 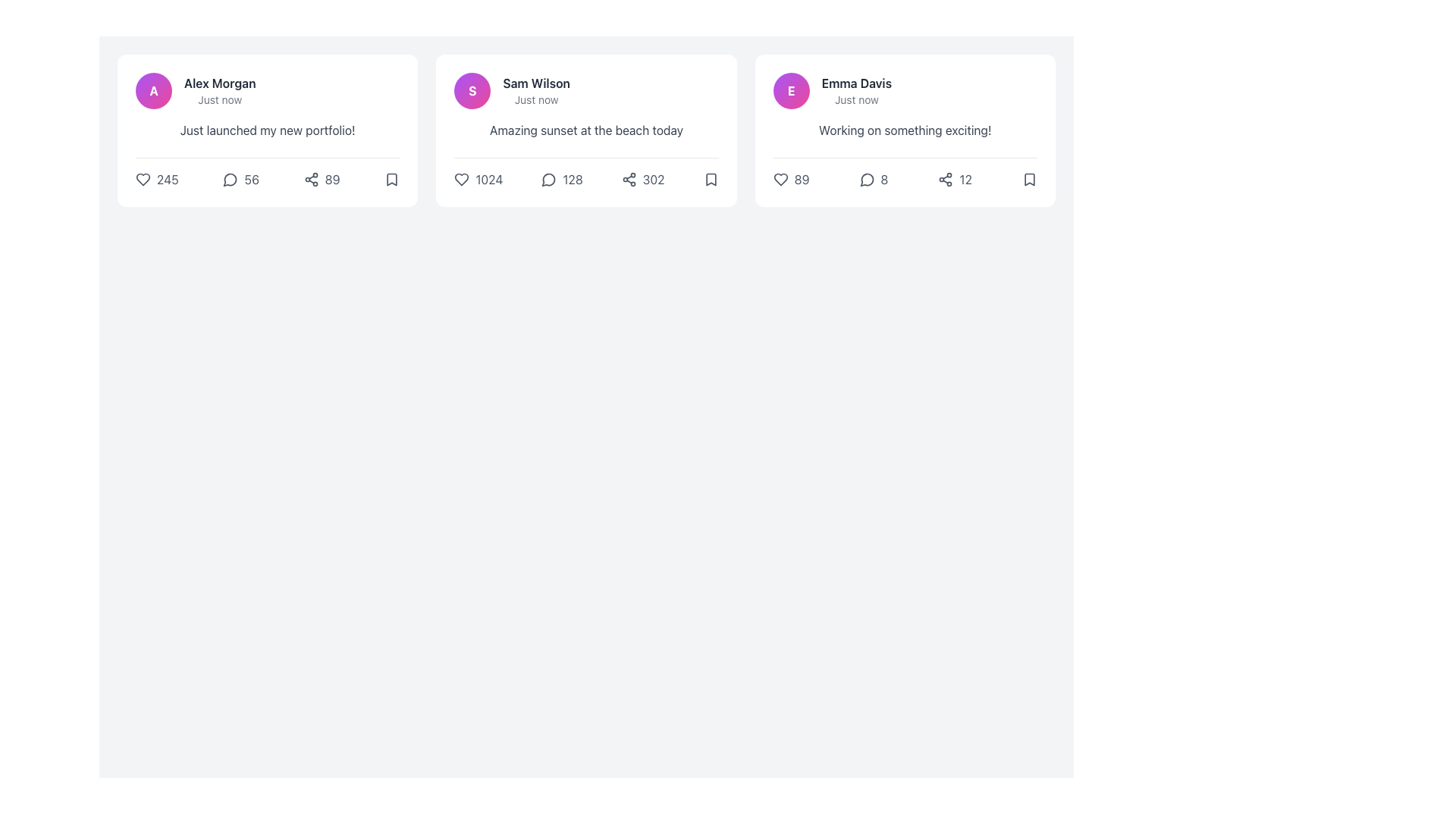 What do you see at coordinates (965, 178) in the screenshot?
I see `the numeric counter that indicates a total or statistic, located in the third card at the bottom-right, next to the share icon` at bounding box center [965, 178].